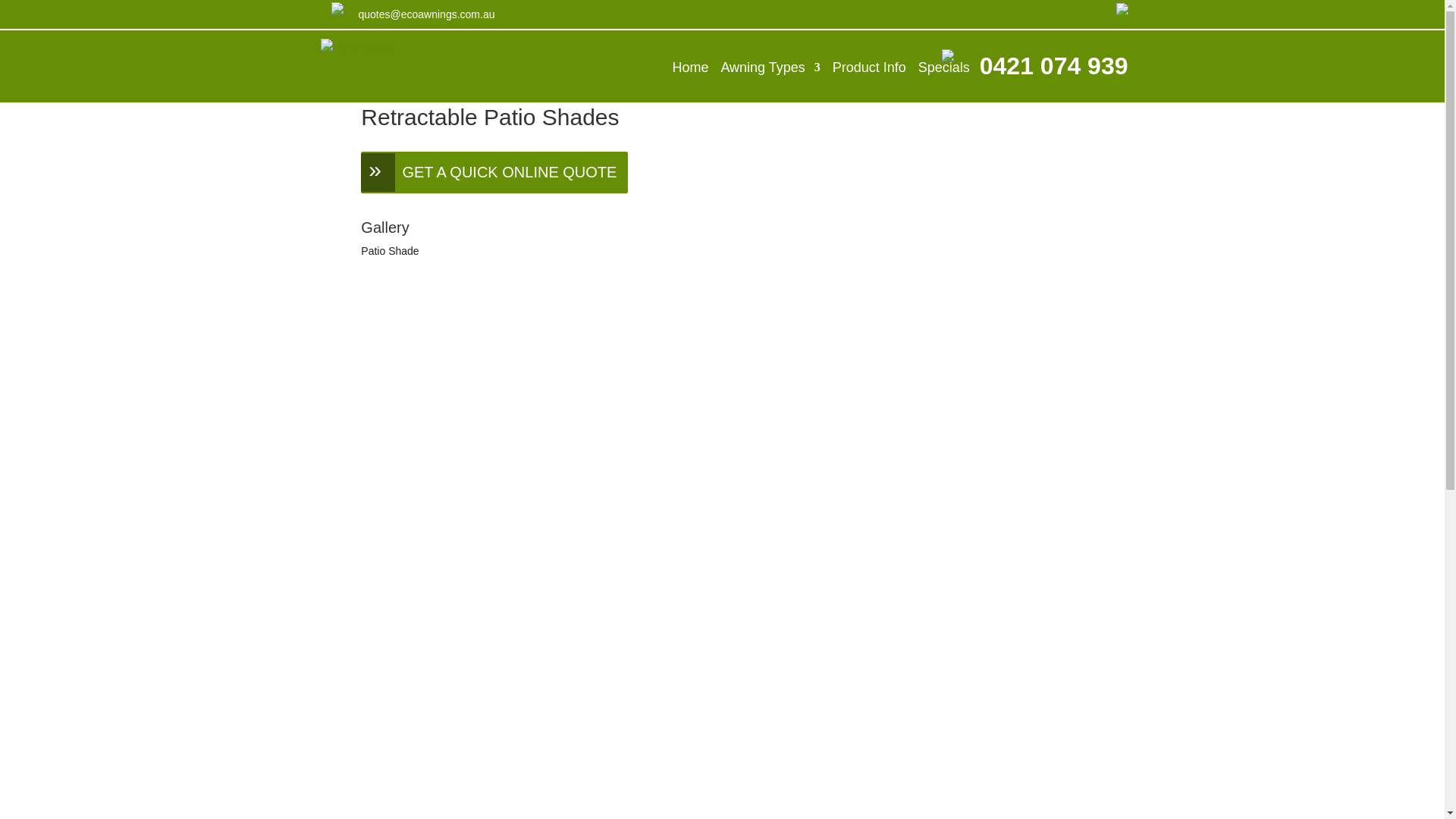  Describe the element at coordinates (425, 14) in the screenshot. I see `'quotes@ecoawnings.com.au'` at that location.